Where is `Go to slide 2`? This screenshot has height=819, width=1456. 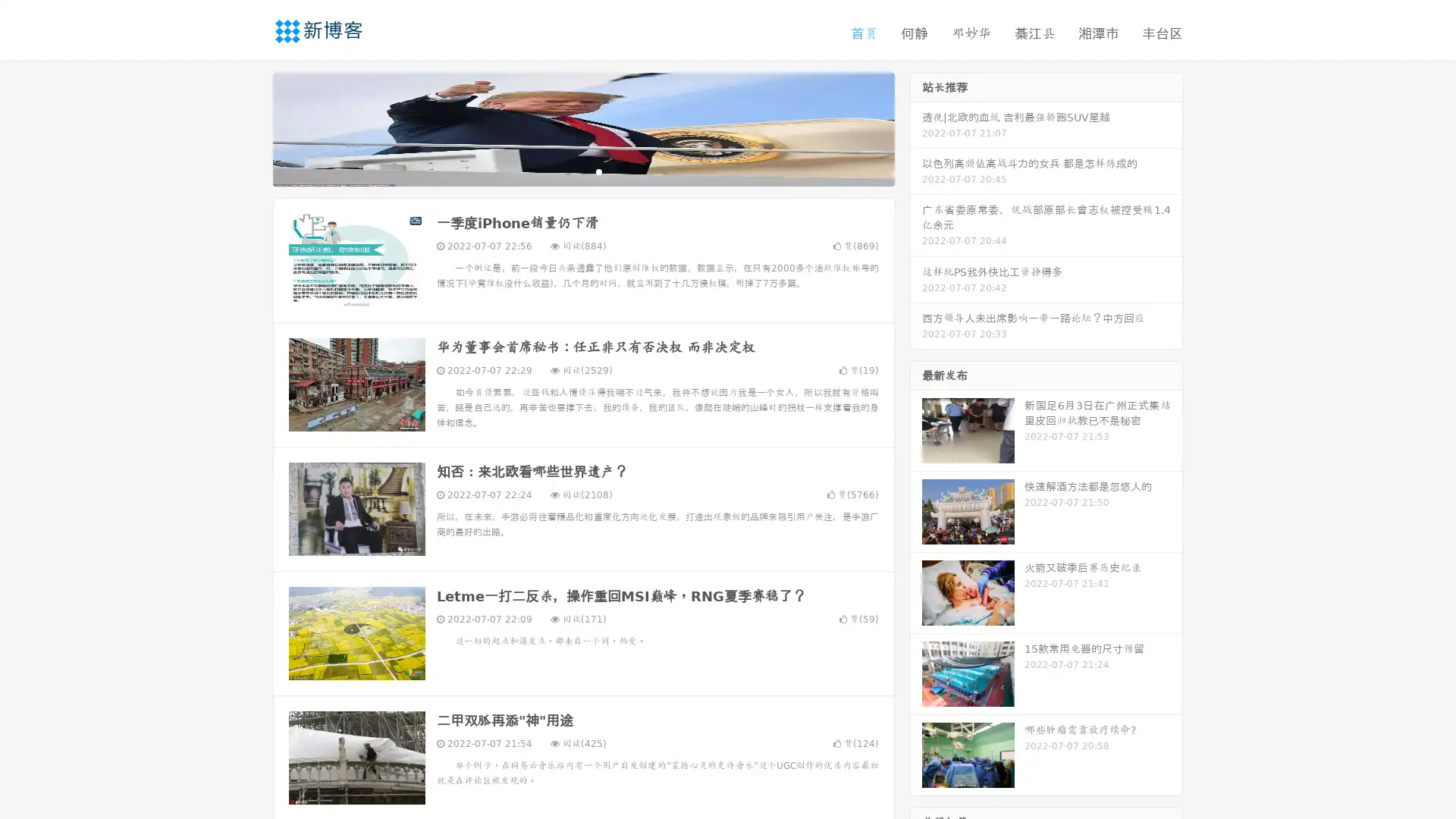
Go to slide 2 is located at coordinates (582, 171).